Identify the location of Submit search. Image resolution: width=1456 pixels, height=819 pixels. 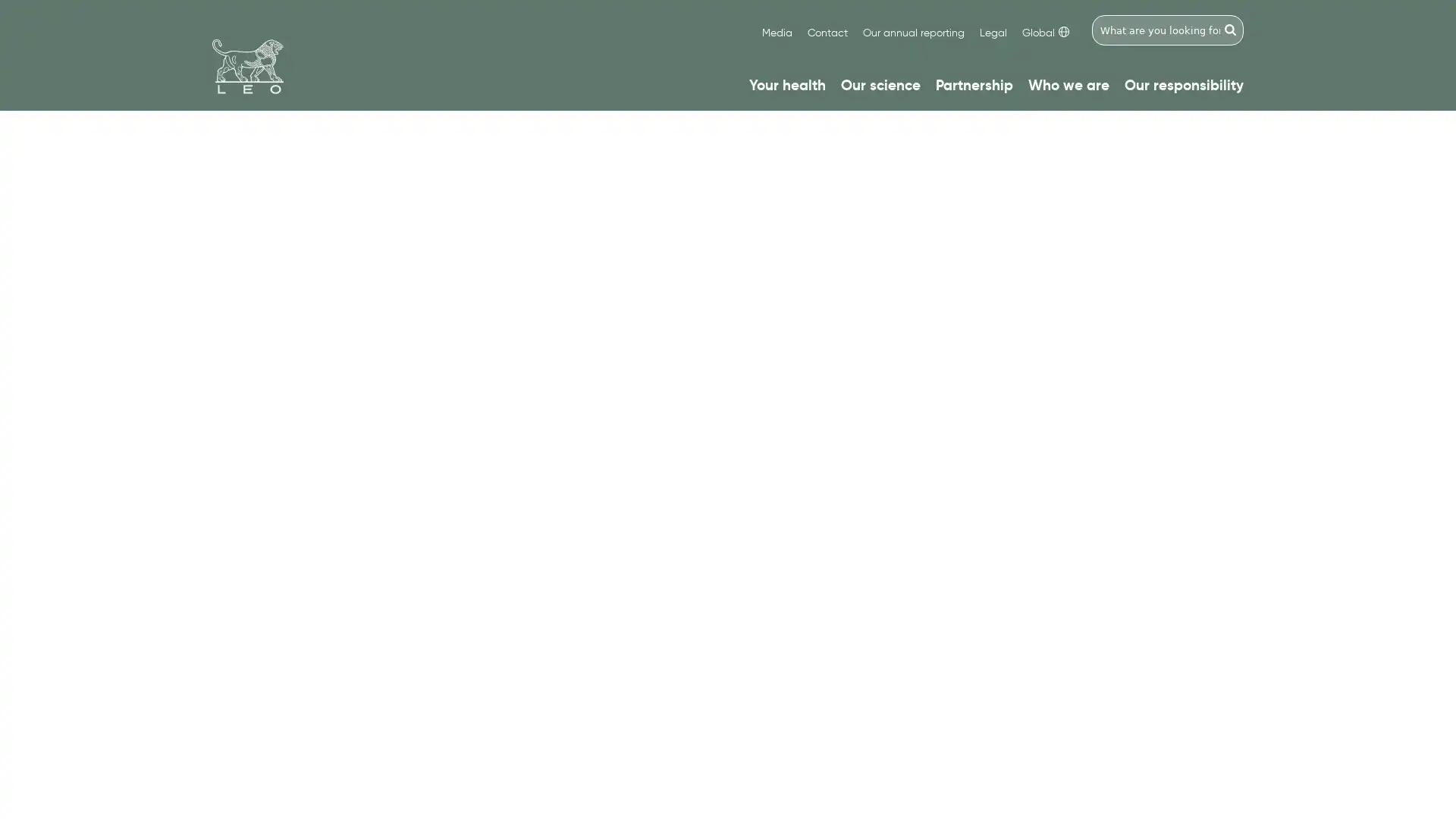
(1230, 30).